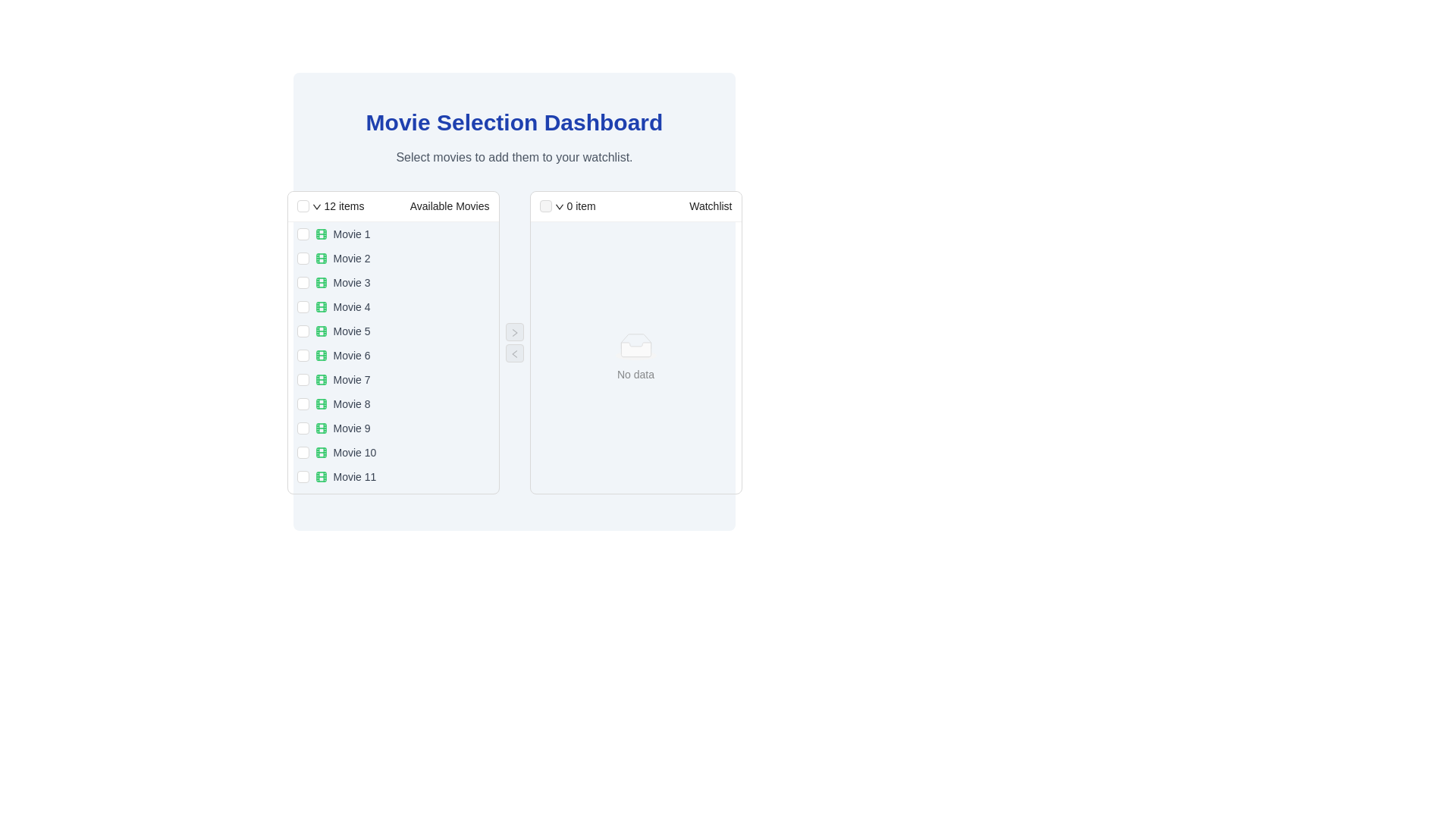 The width and height of the screenshot is (1456, 819). I want to click on the checkbox, so click(393, 257).